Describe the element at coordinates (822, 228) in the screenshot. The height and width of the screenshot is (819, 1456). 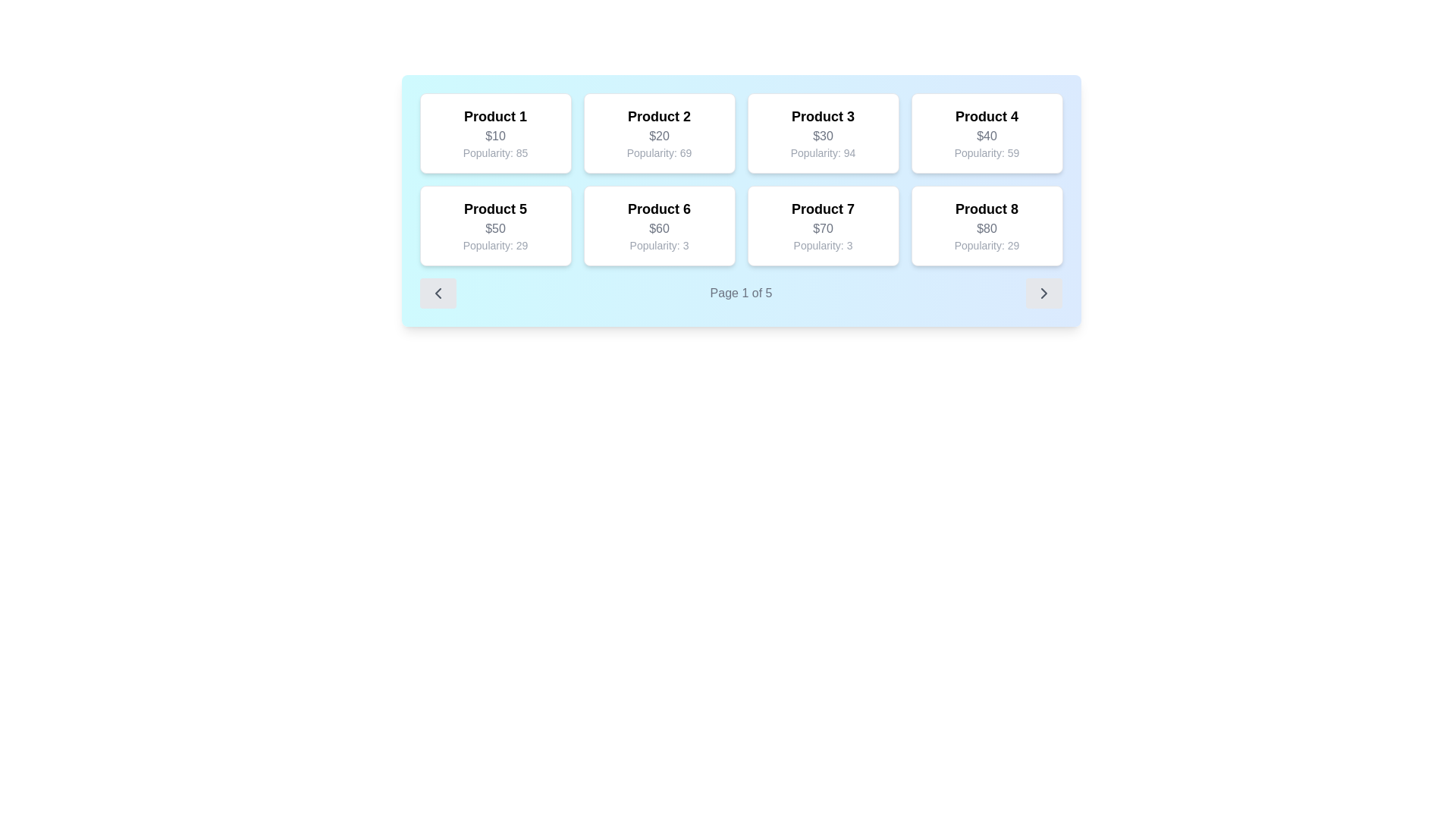
I see `price text label located beneath the product name in the card labeled 'Product 7', which is in the second row, third column of the grid of cards` at that location.